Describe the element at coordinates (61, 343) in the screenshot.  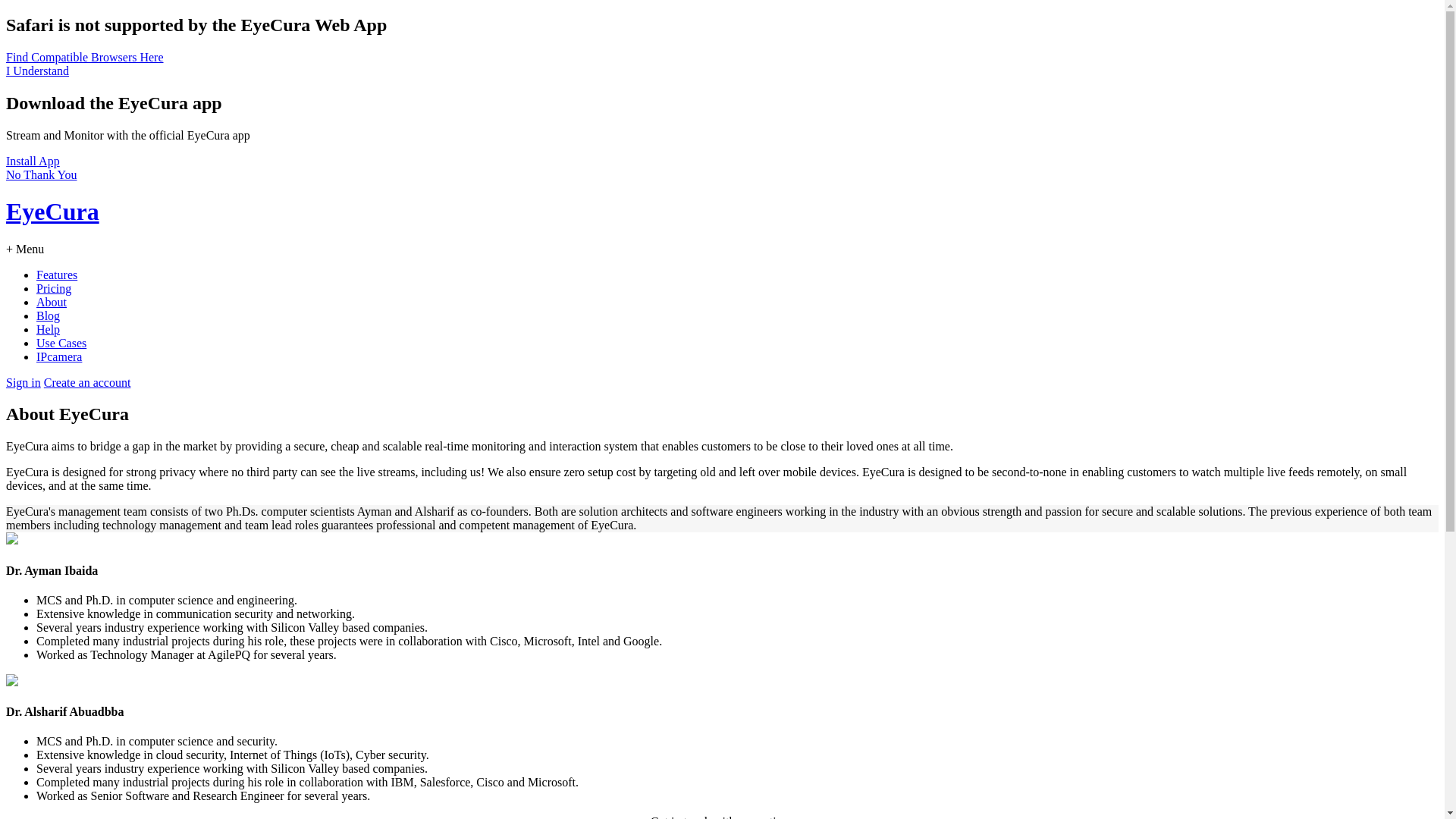
I see `'Use Cases'` at that location.